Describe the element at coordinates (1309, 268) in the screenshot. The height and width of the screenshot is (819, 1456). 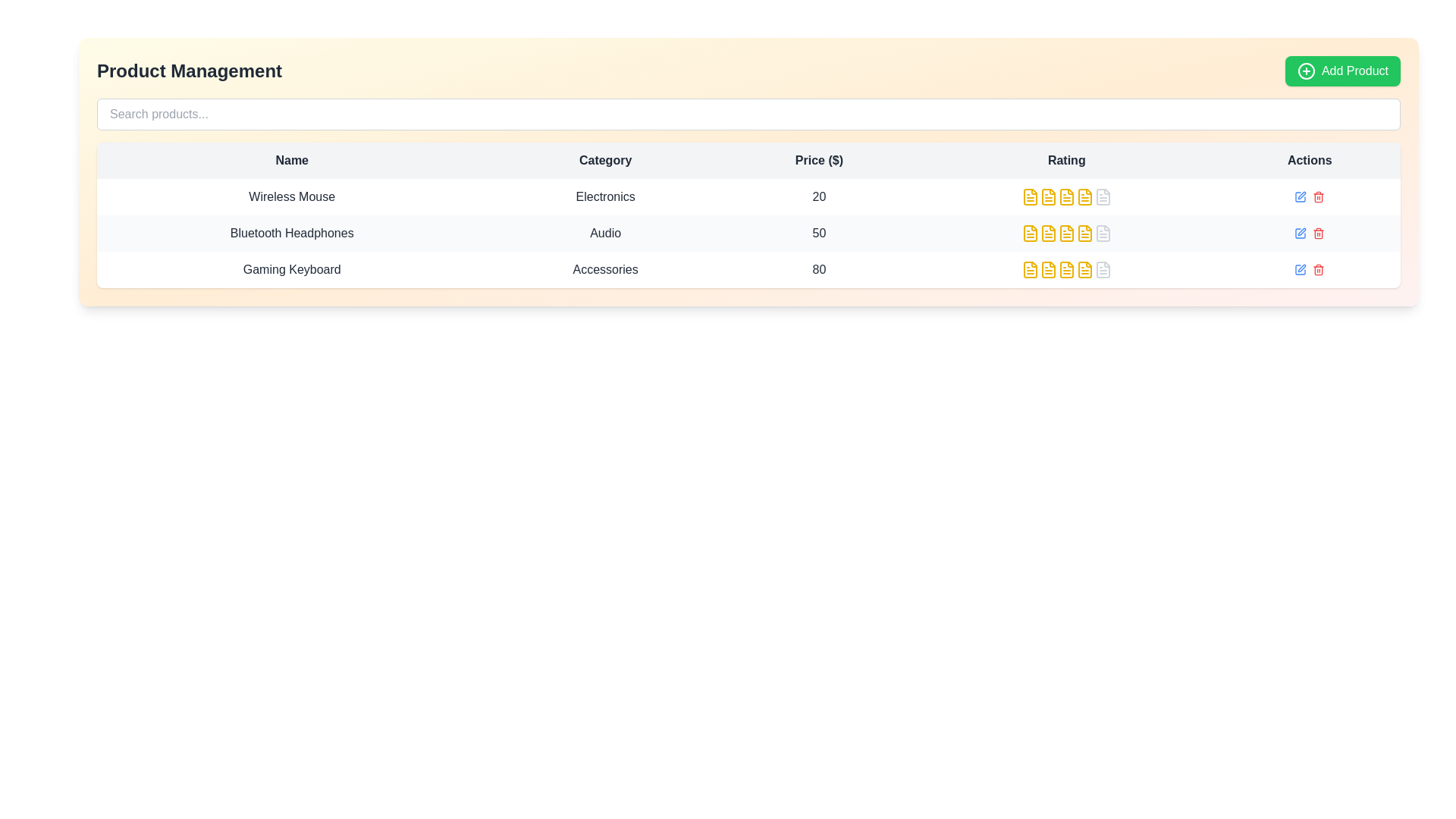
I see `the group of interactive icons located in the rightmost column of the row that contains 'Gaming Keyboard' in the 'Actions' column` at that location.